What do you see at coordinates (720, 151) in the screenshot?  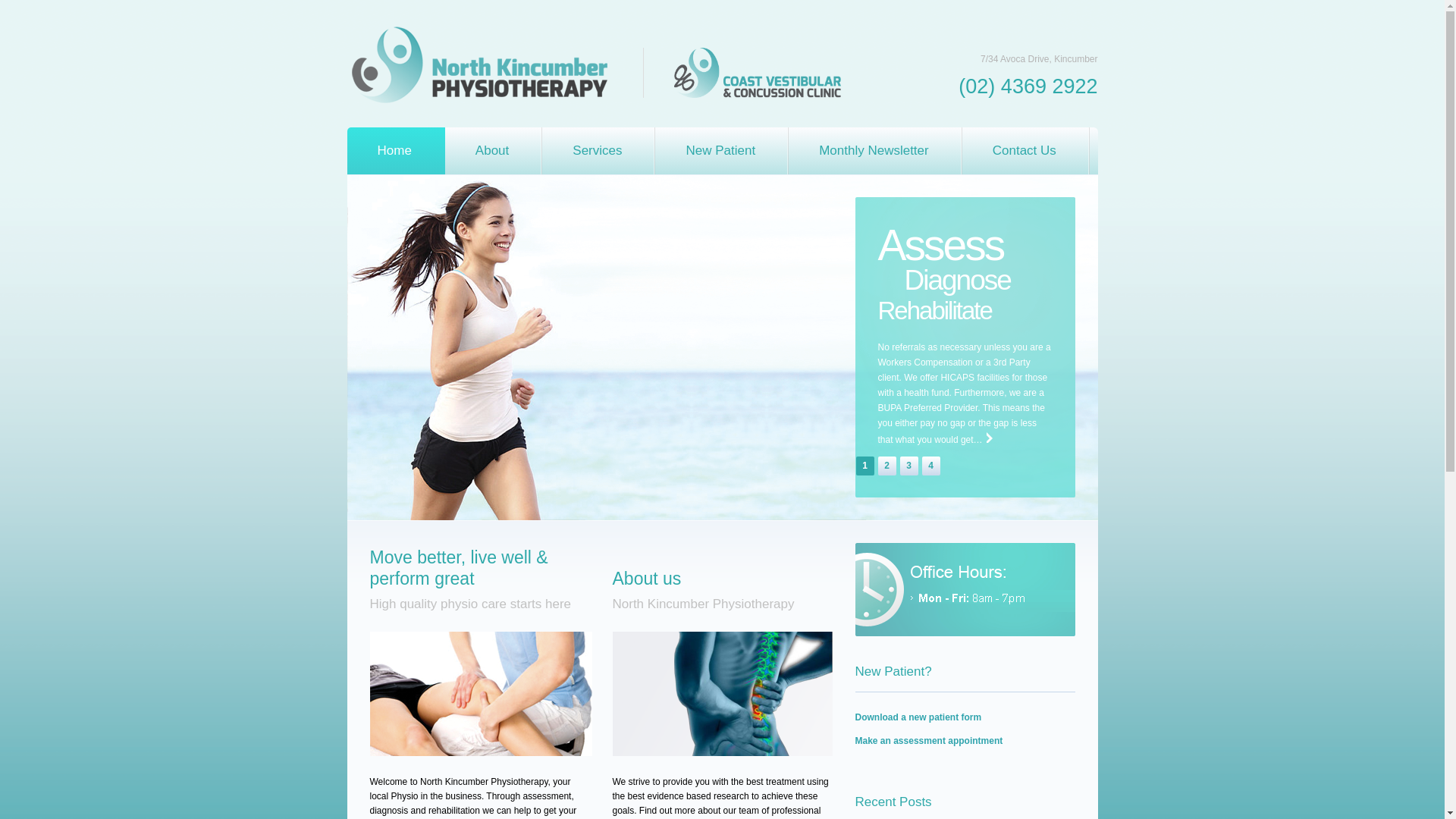 I see `'New Patient'` at bounding box center [720, 151].